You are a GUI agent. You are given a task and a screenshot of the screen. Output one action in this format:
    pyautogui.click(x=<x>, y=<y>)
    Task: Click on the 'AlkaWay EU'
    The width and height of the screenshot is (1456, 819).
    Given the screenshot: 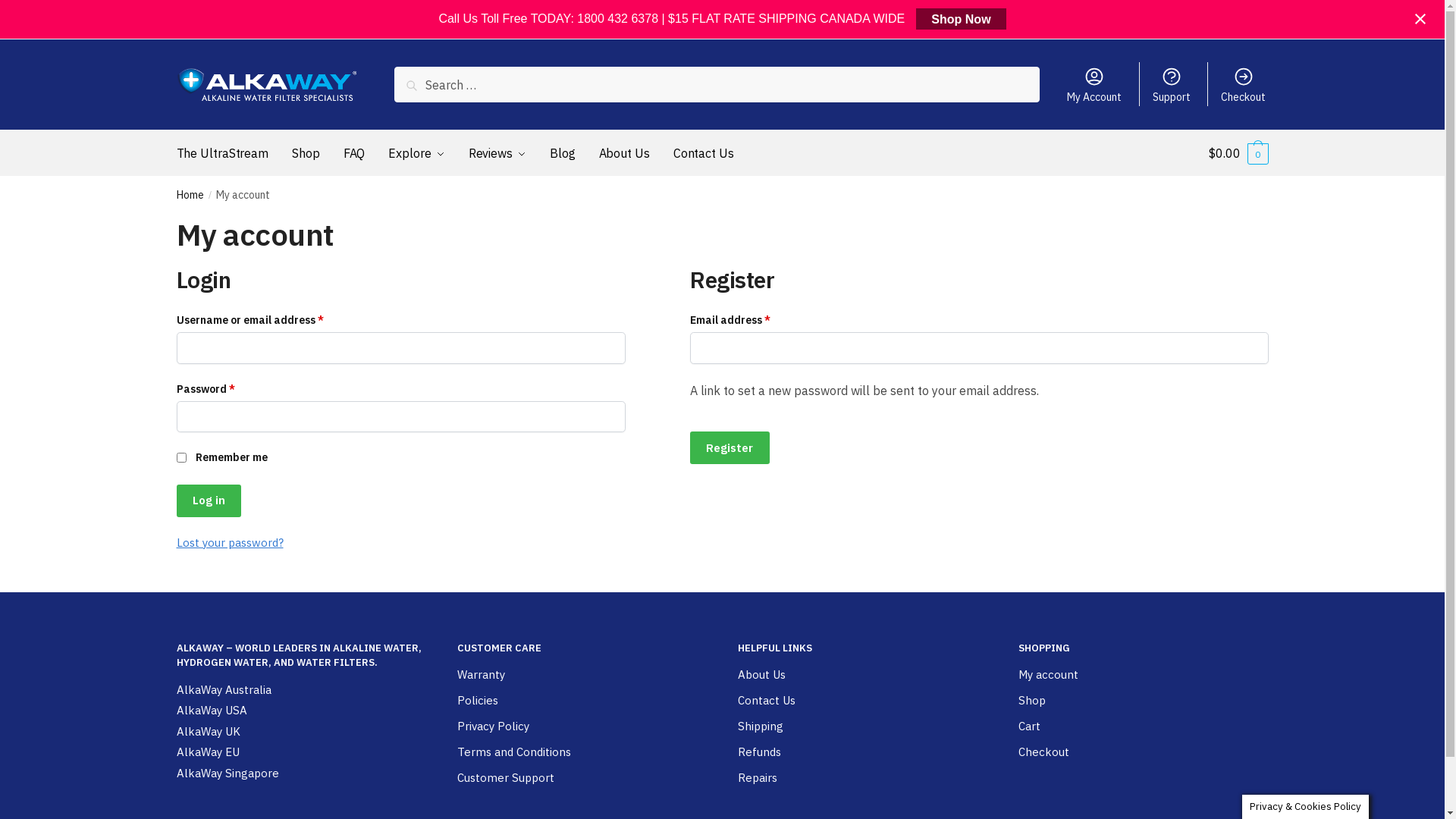 What is the action you would take?
    pyautogui.click(x=175, y=752)
    